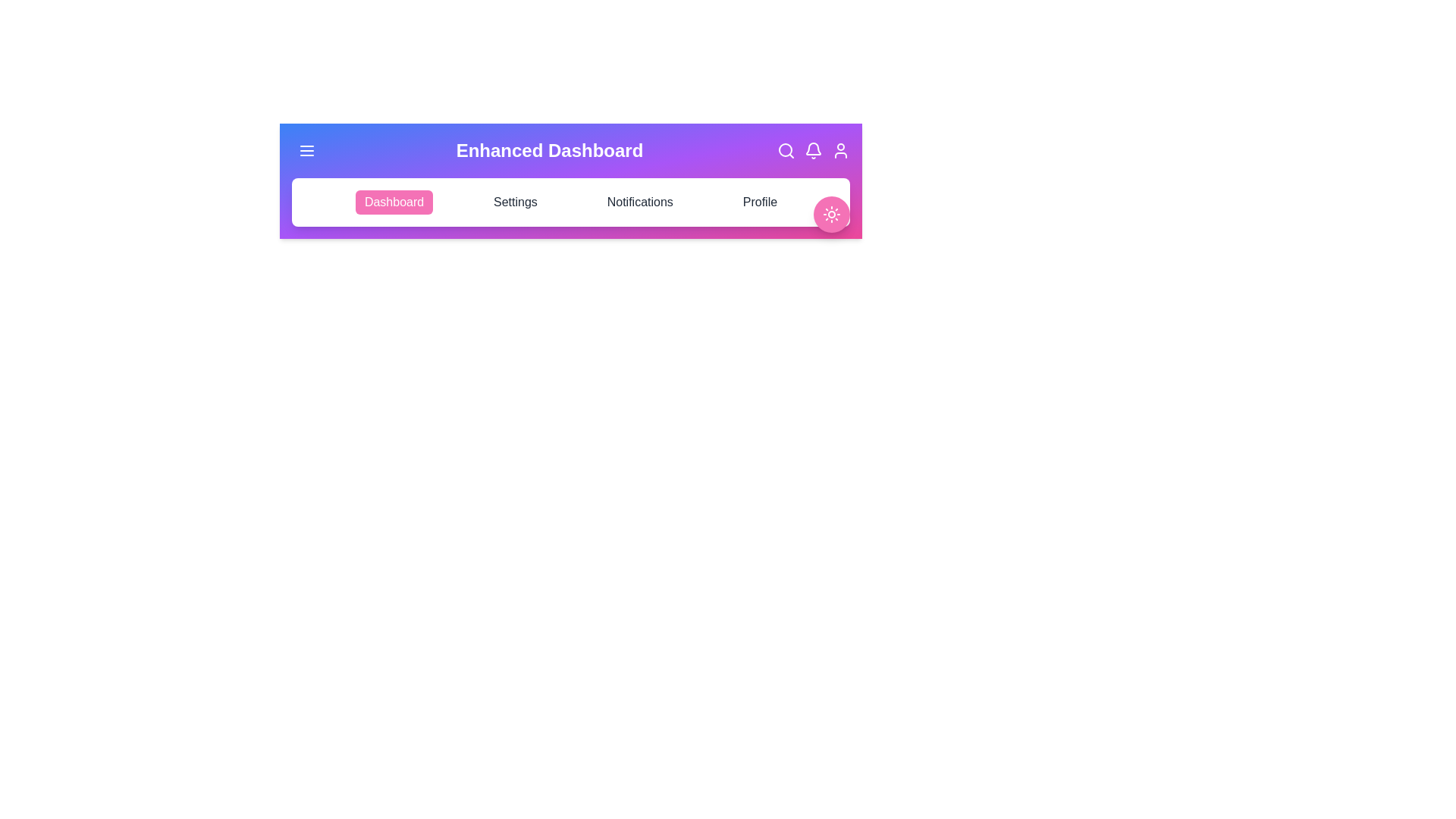 Image resolution: width=1456 pixels, height=819 pixels. Describe the element at coordinates (760, 201) in the screenshot. I see `the tab named Profile in the navigation bar` at that location.